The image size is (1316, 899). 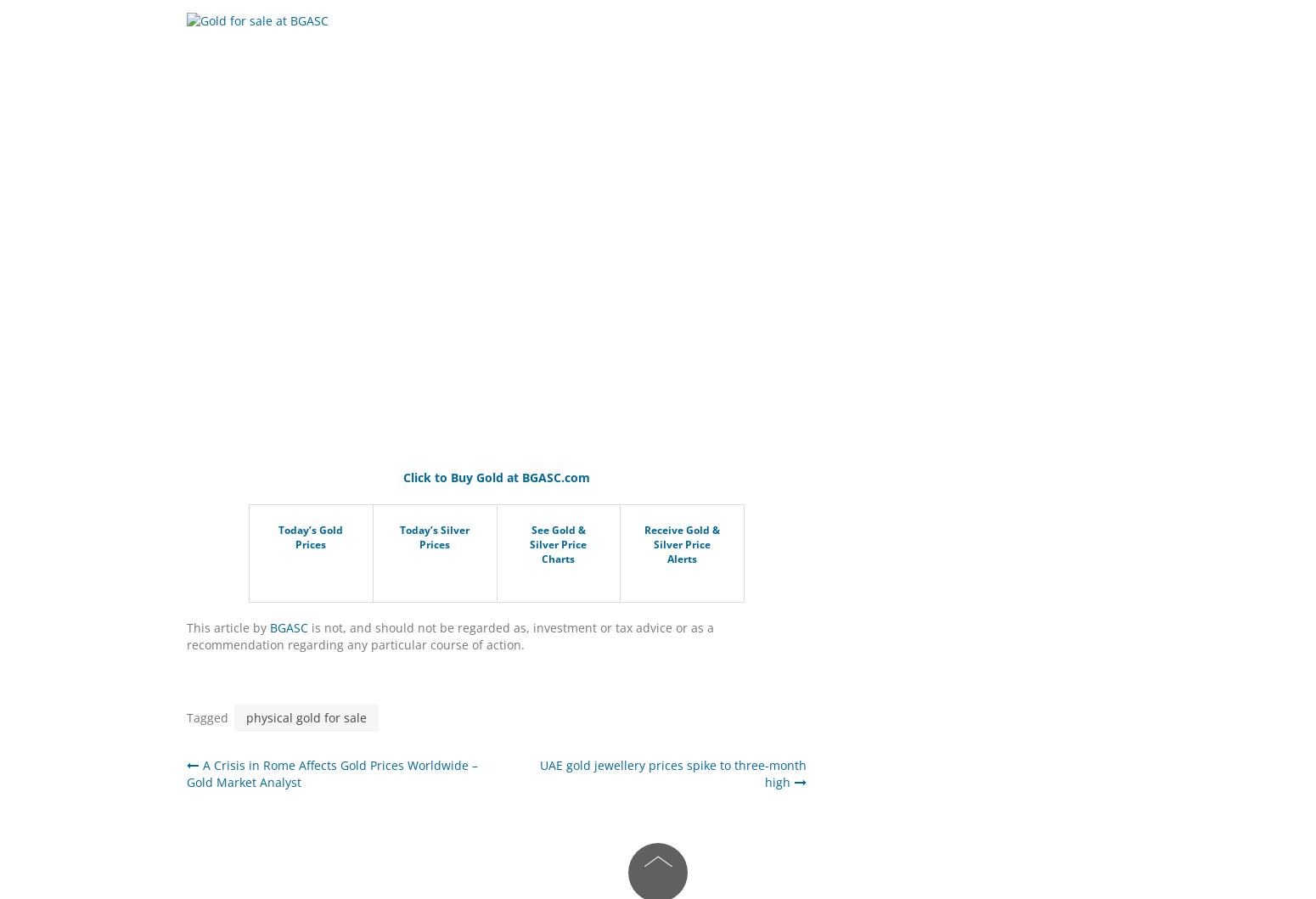 I want to click on 'Today’s Gold Prices', so click(x=309, y=536).